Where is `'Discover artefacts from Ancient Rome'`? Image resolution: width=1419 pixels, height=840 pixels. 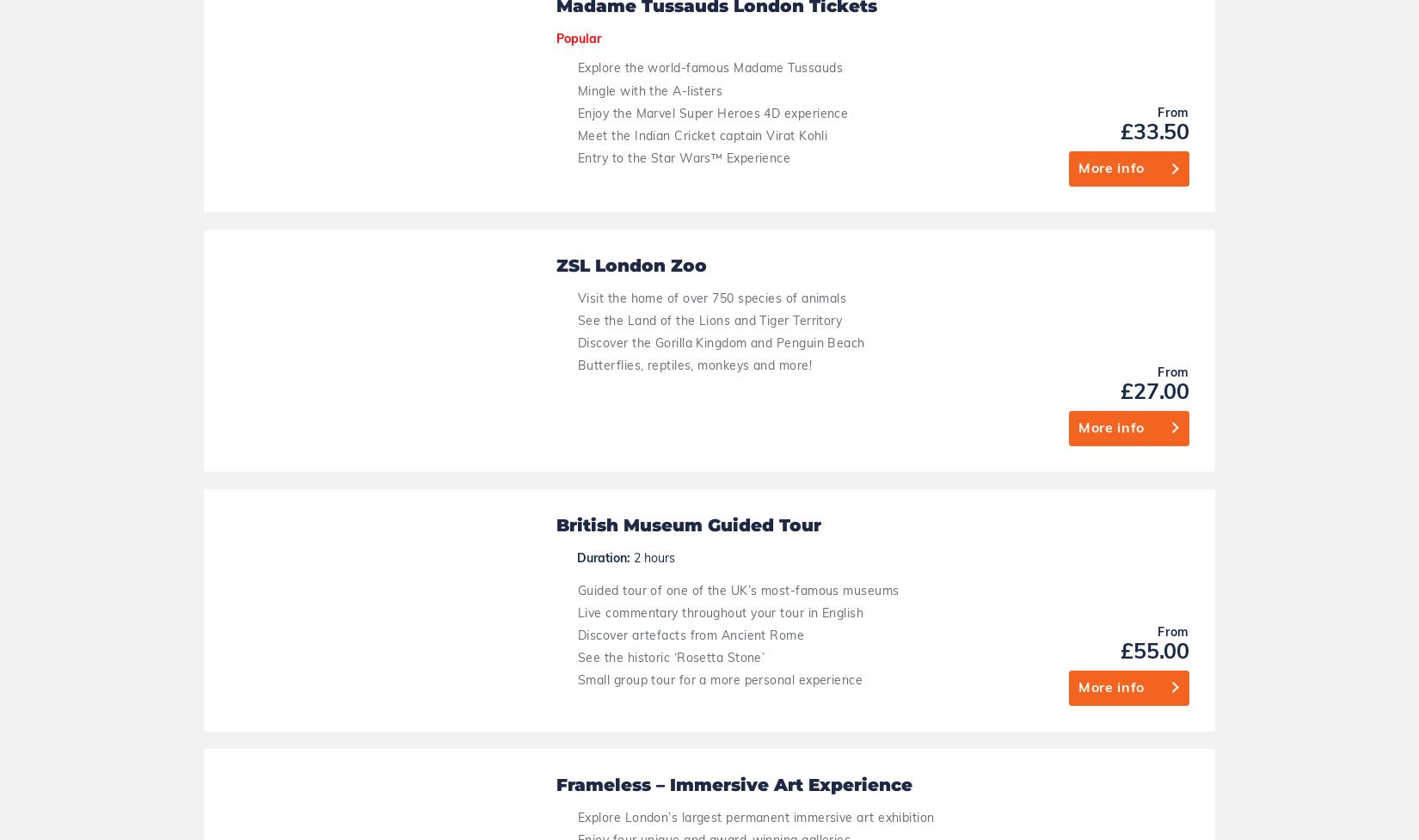 'Discover artefacts from Ancient Rome' is located at coordinates (690, 14).